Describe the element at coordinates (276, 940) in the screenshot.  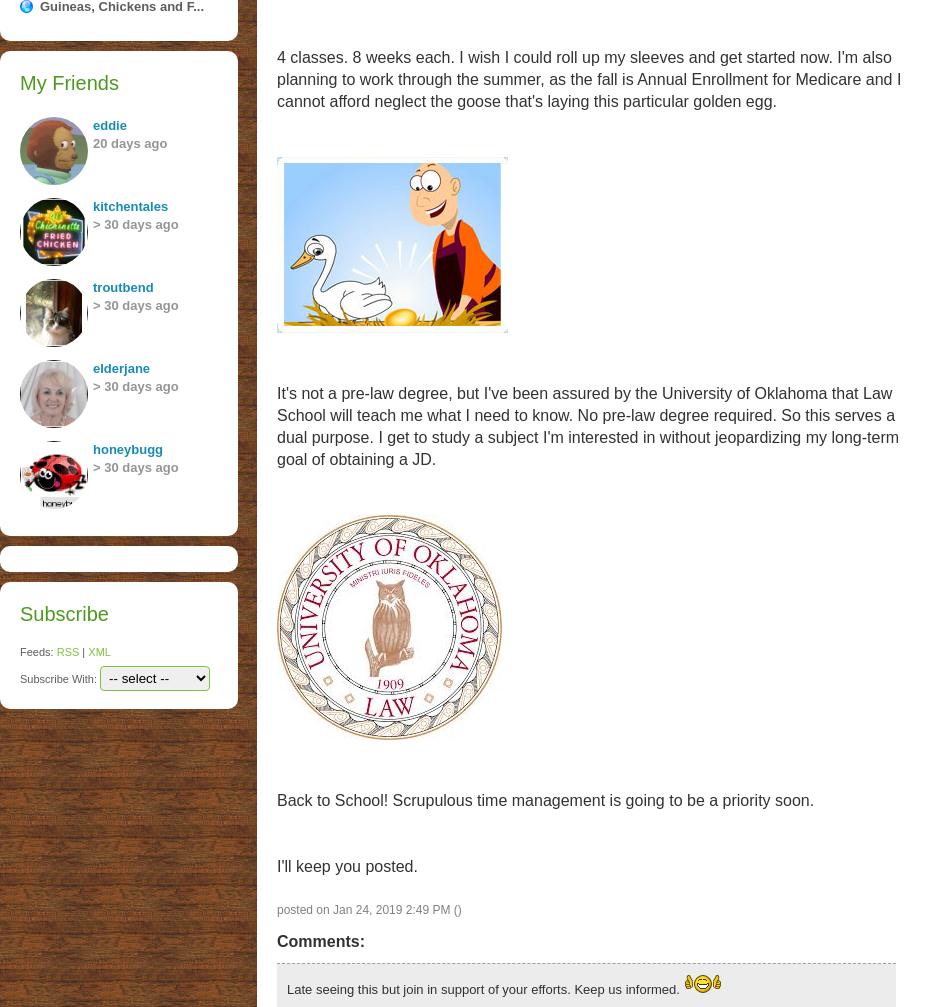
I see `'Comments:'` at that location.